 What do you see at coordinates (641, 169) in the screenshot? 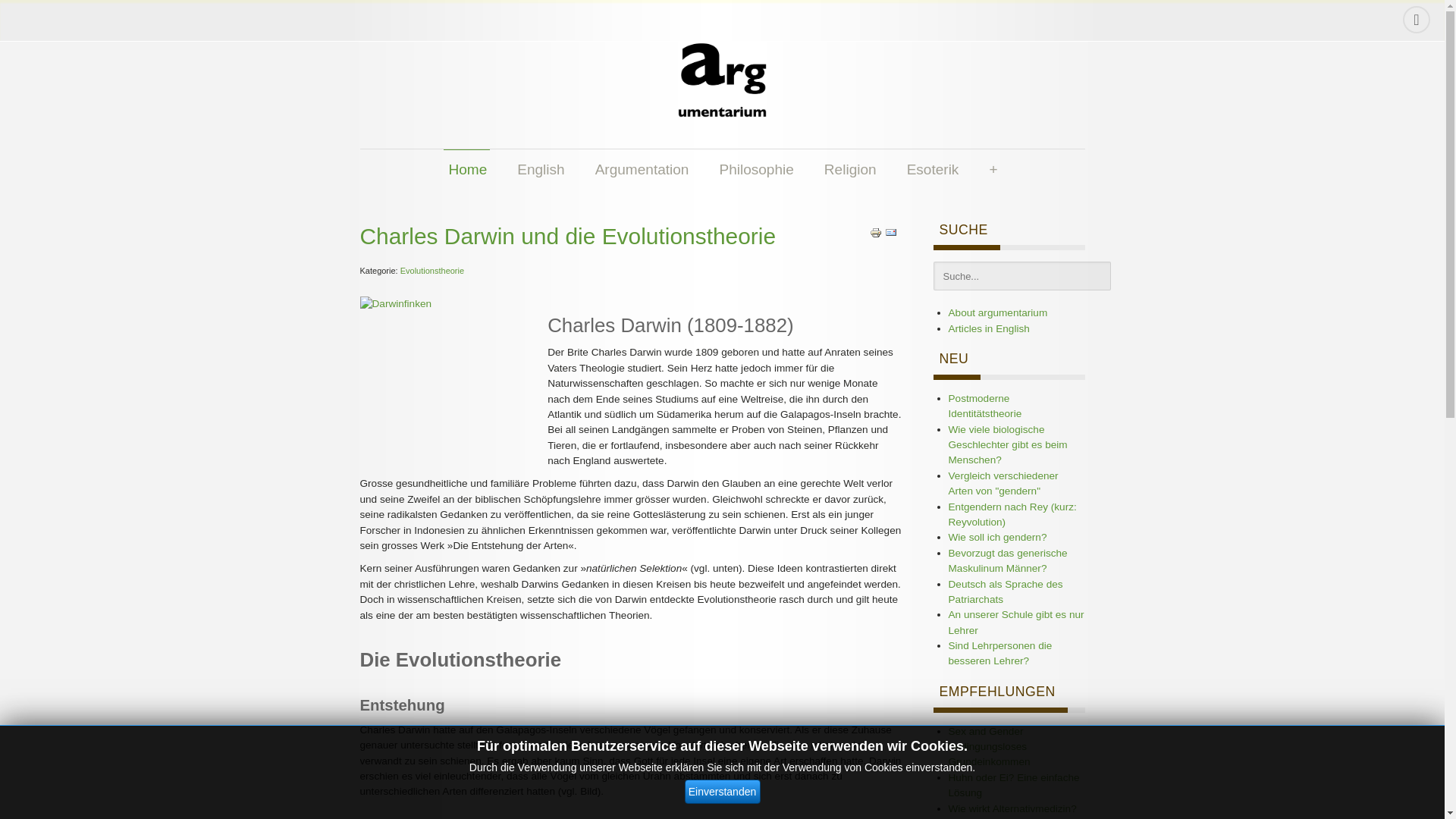
I see `'Argumentation'` at bounding box center [641, 169].